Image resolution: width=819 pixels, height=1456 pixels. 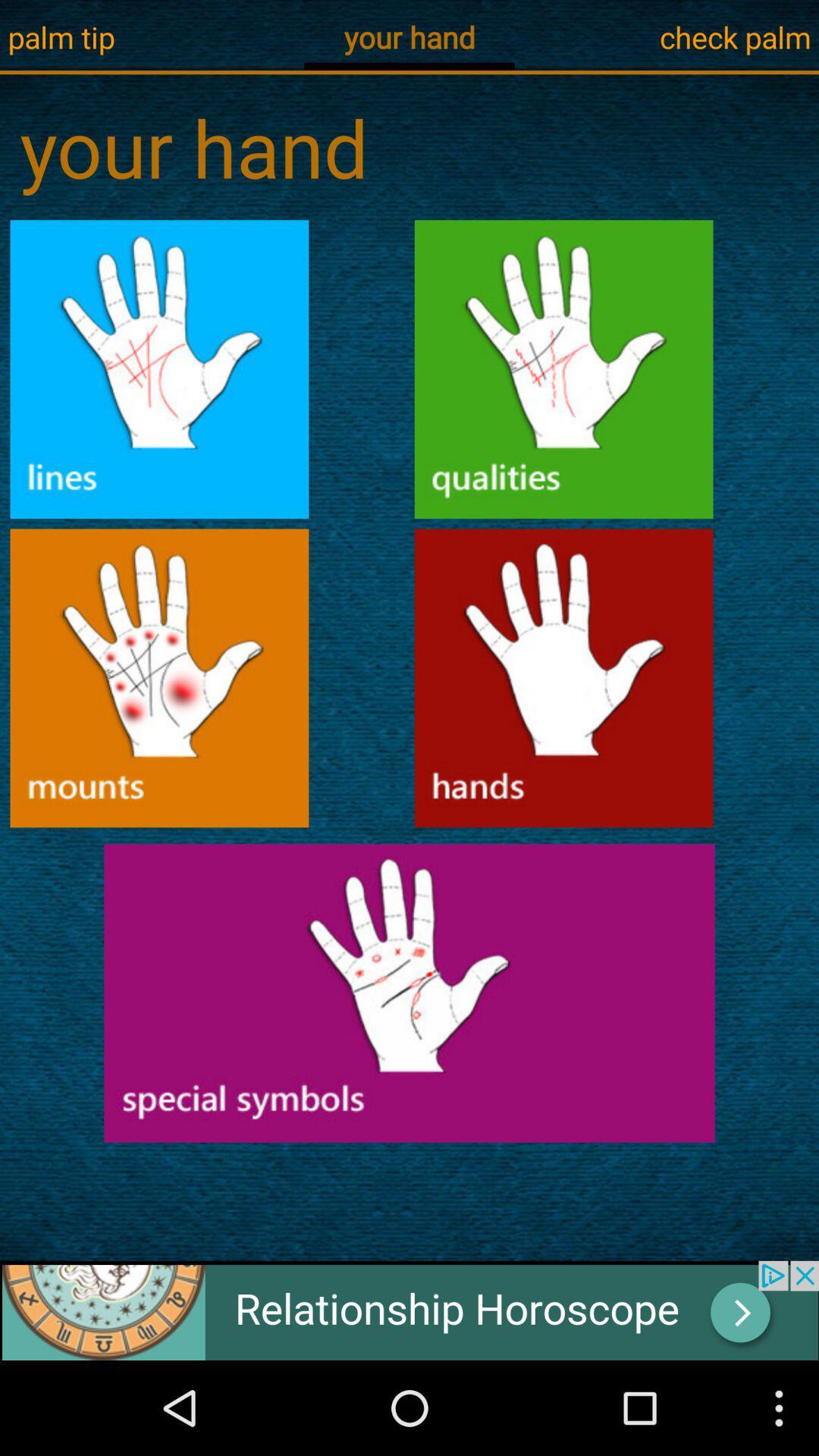 I want to click on horoscope mos, so click(x=409, y=993).